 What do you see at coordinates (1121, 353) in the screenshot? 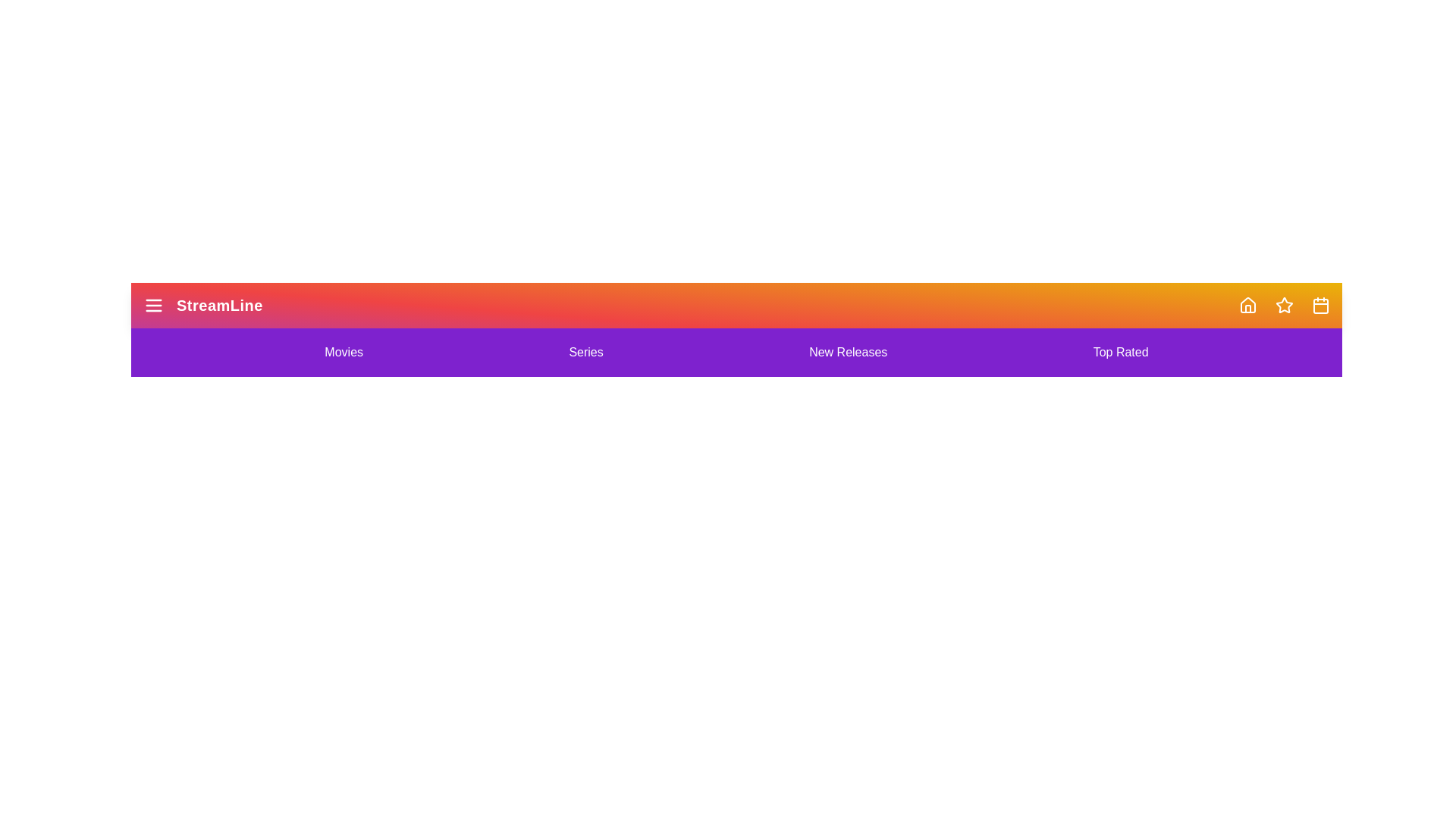
I see `the Top Rated navigation link` at bounding box center [1121, 353].